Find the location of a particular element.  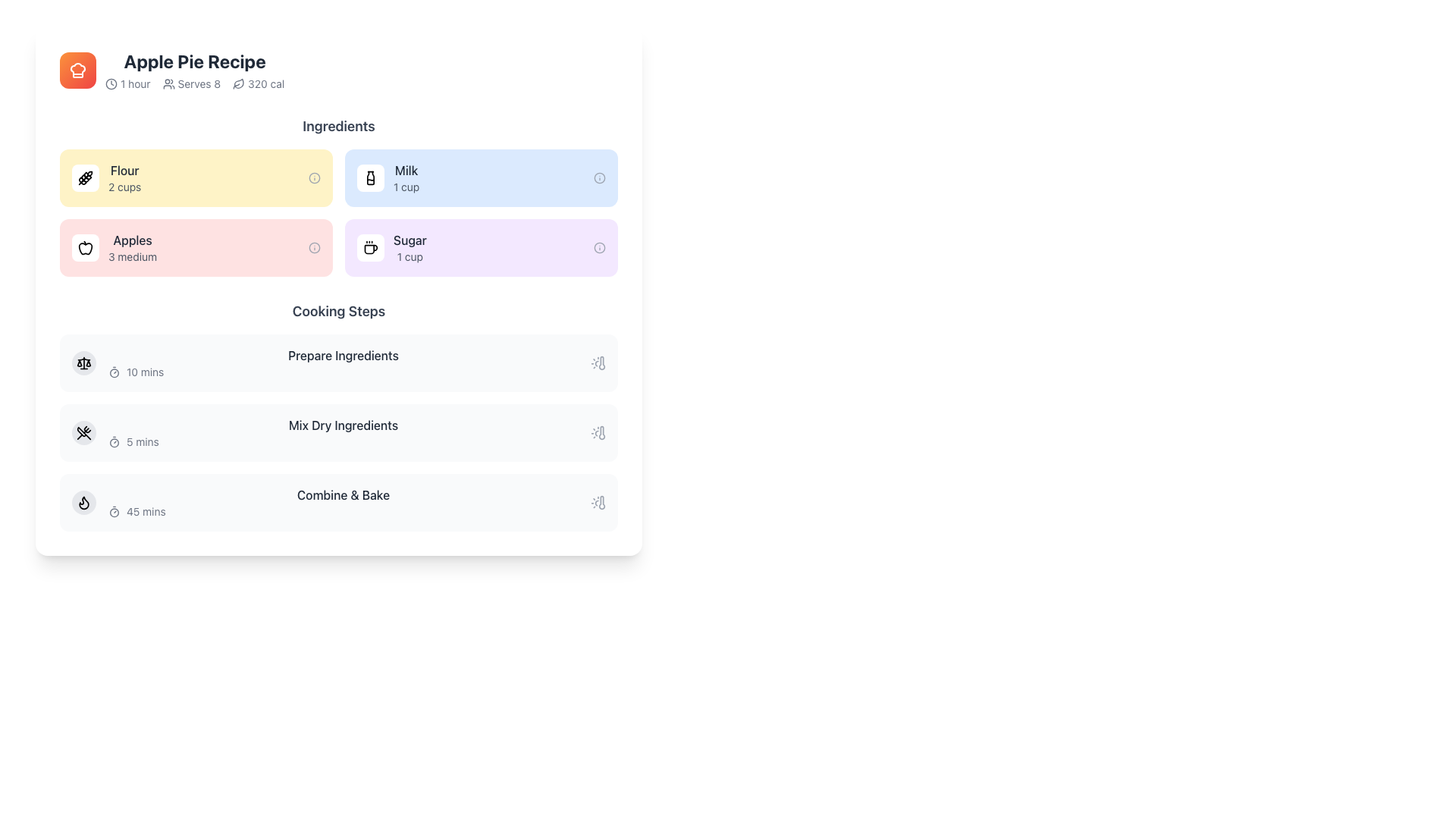

the decorative clock or timer icon located to the left of the '10 mins' label in the 'Prepare Ingredients' step of the 'Cooking Steps' section is located at coordinates (113, 373).